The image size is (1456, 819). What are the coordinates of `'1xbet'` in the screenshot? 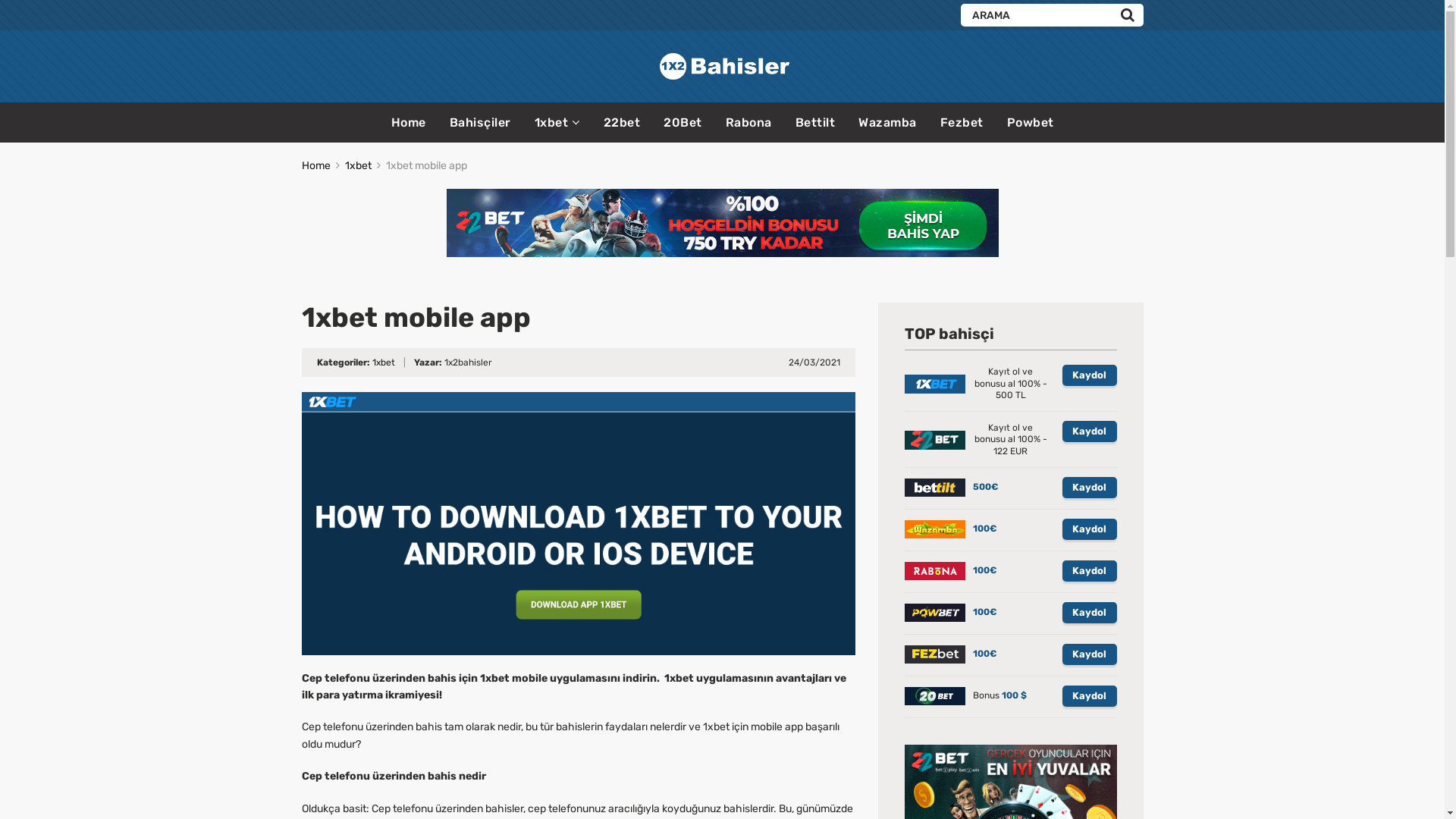 It's located at (382, 362).